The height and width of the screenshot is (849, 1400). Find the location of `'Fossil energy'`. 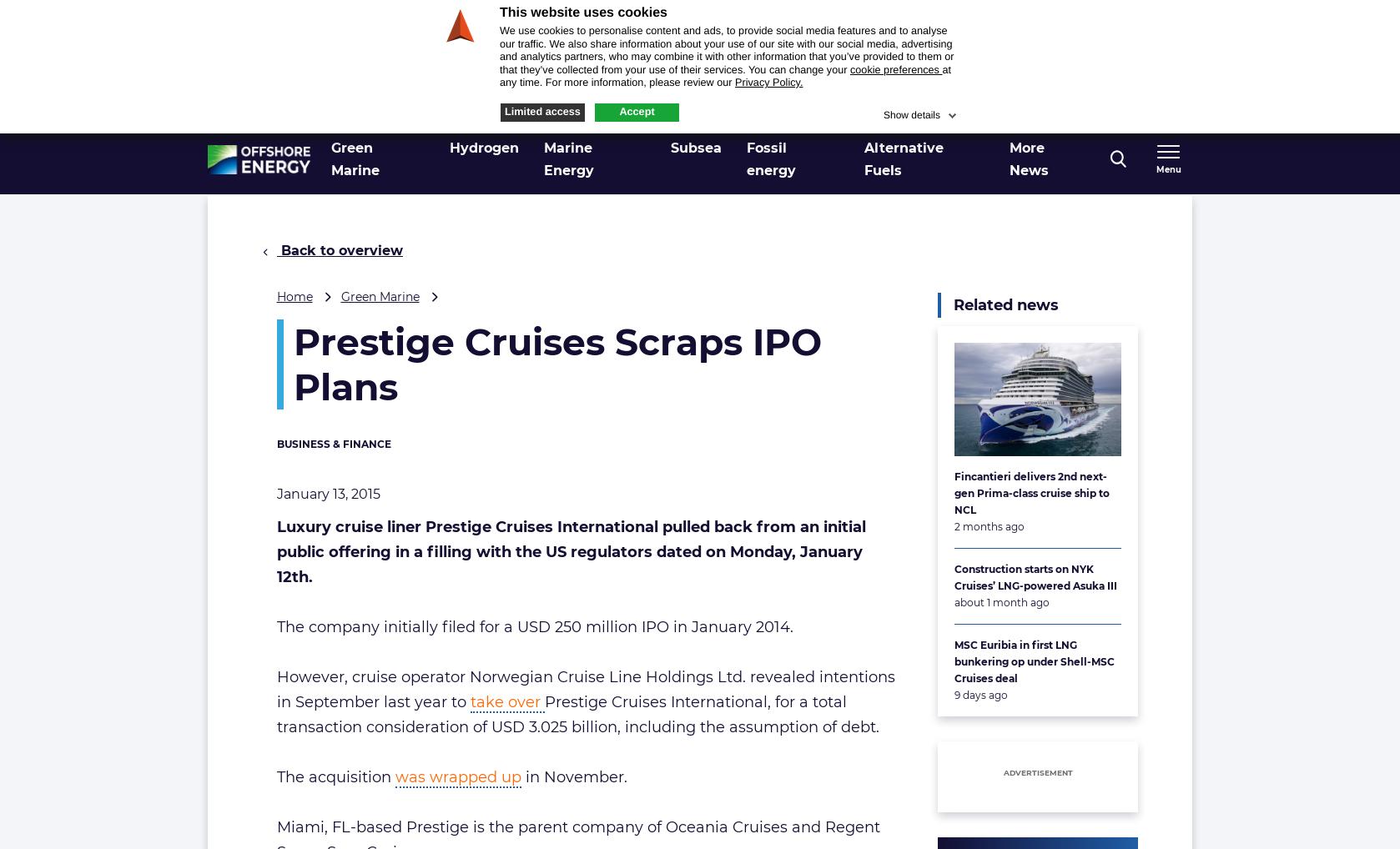

'Fossil energy' is located at coordinates (770, 158).